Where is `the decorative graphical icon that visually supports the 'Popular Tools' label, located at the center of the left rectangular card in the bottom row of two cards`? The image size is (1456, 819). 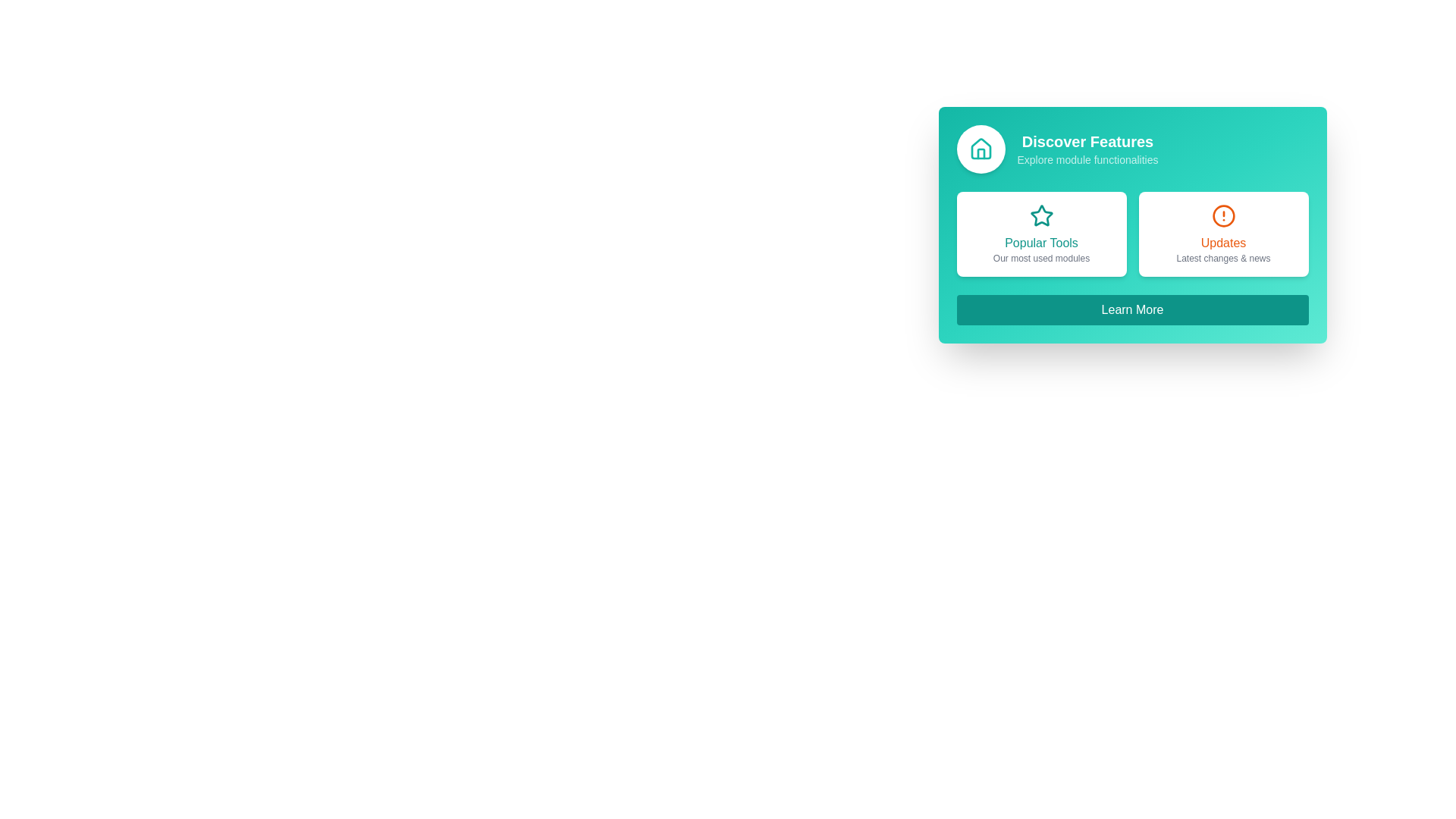 the decorative graphical icon that visually supports the 'Popular Tools' label, located at the center of the left rectangular card in the bottom row of two cards is located at coordinates (1040, 215).